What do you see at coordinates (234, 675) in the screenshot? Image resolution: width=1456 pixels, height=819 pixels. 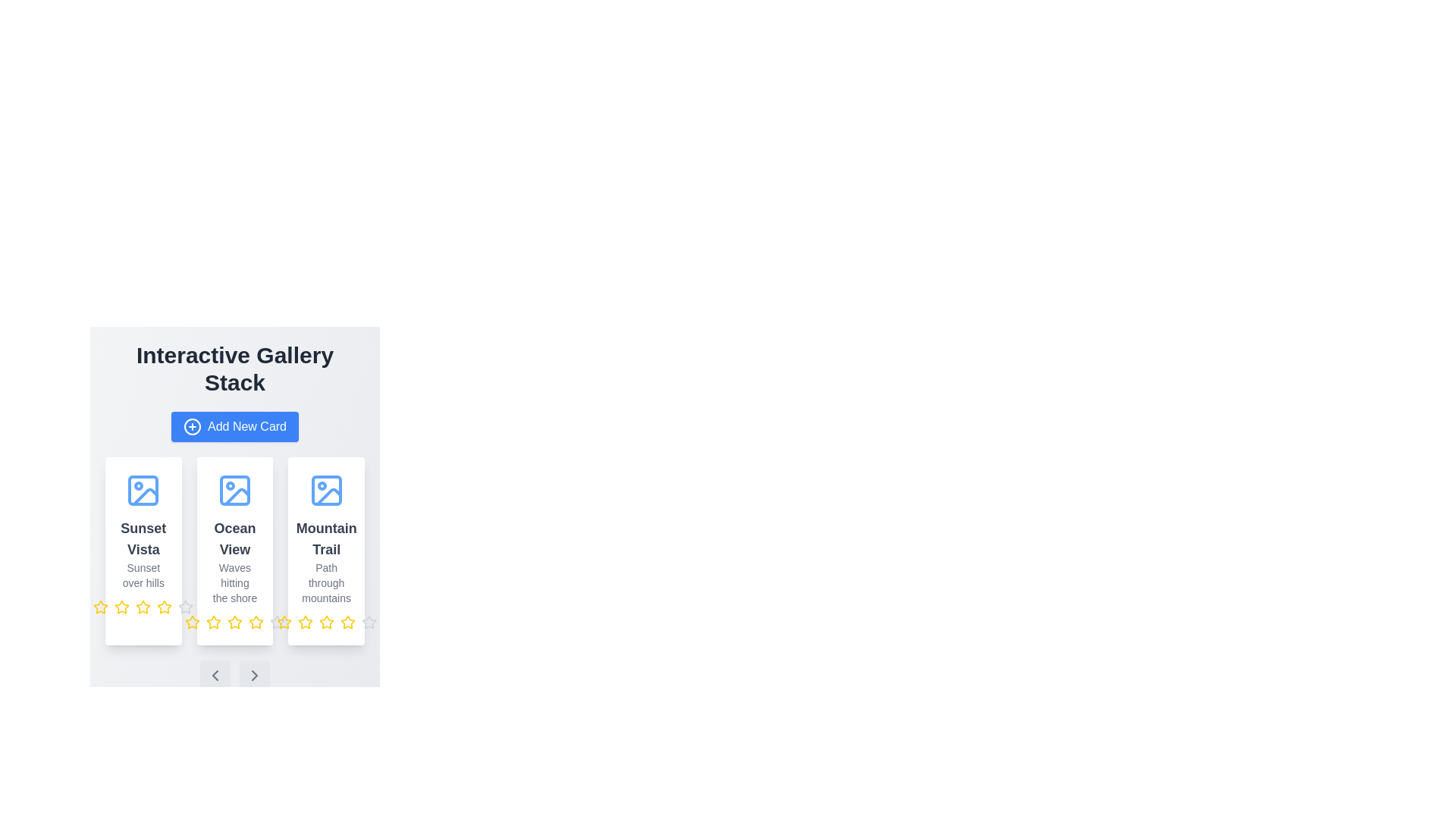 I see `the navigation controls for the carousel located at the bottom-center of the 'Interactive Gallery Stack' section` at bounding box center [234, 675].